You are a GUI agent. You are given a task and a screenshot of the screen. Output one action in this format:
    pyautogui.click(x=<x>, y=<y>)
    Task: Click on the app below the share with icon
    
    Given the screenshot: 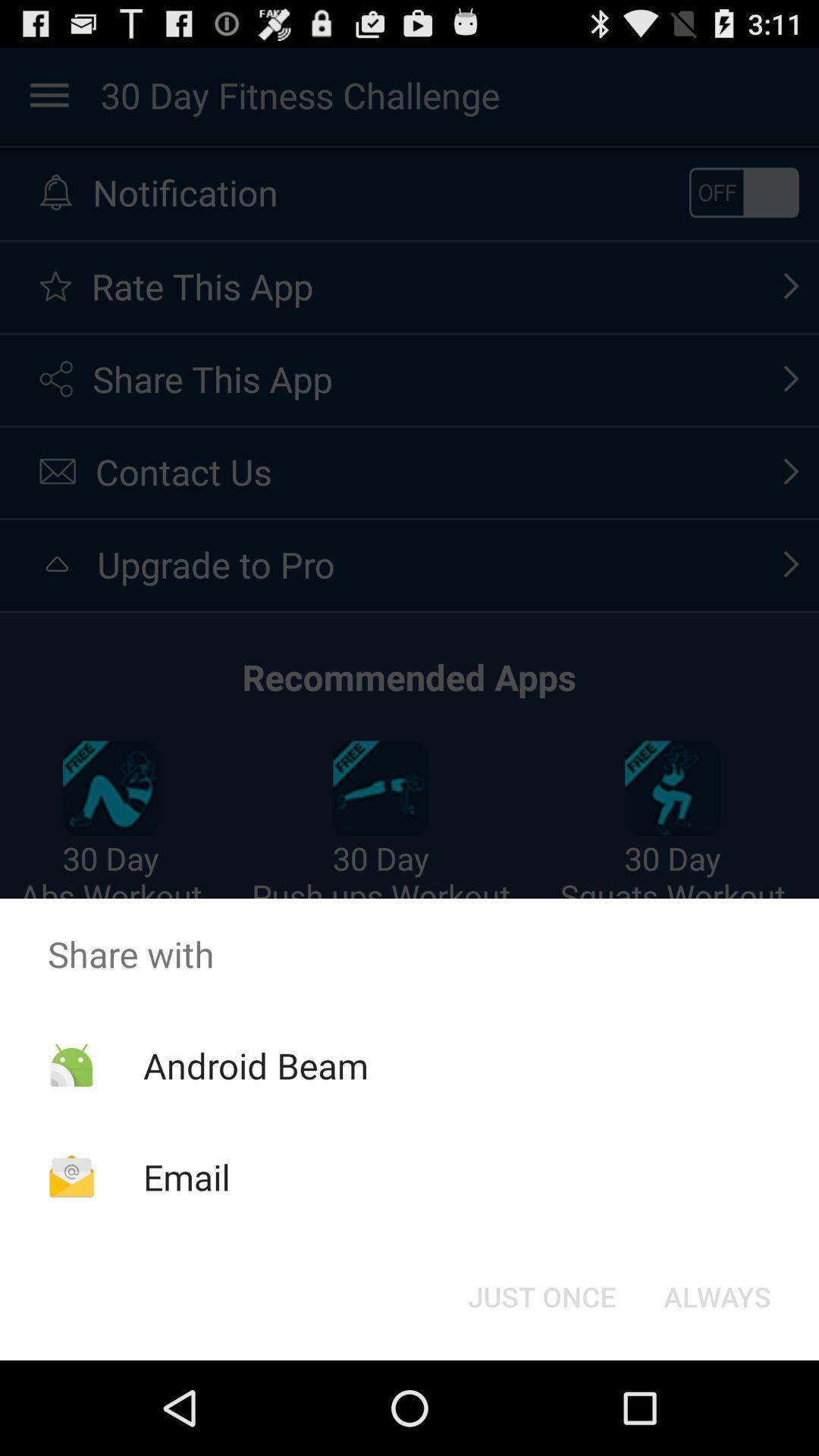 What is the action you would take?
    pyautogui.click(x=255, y=1065)
    